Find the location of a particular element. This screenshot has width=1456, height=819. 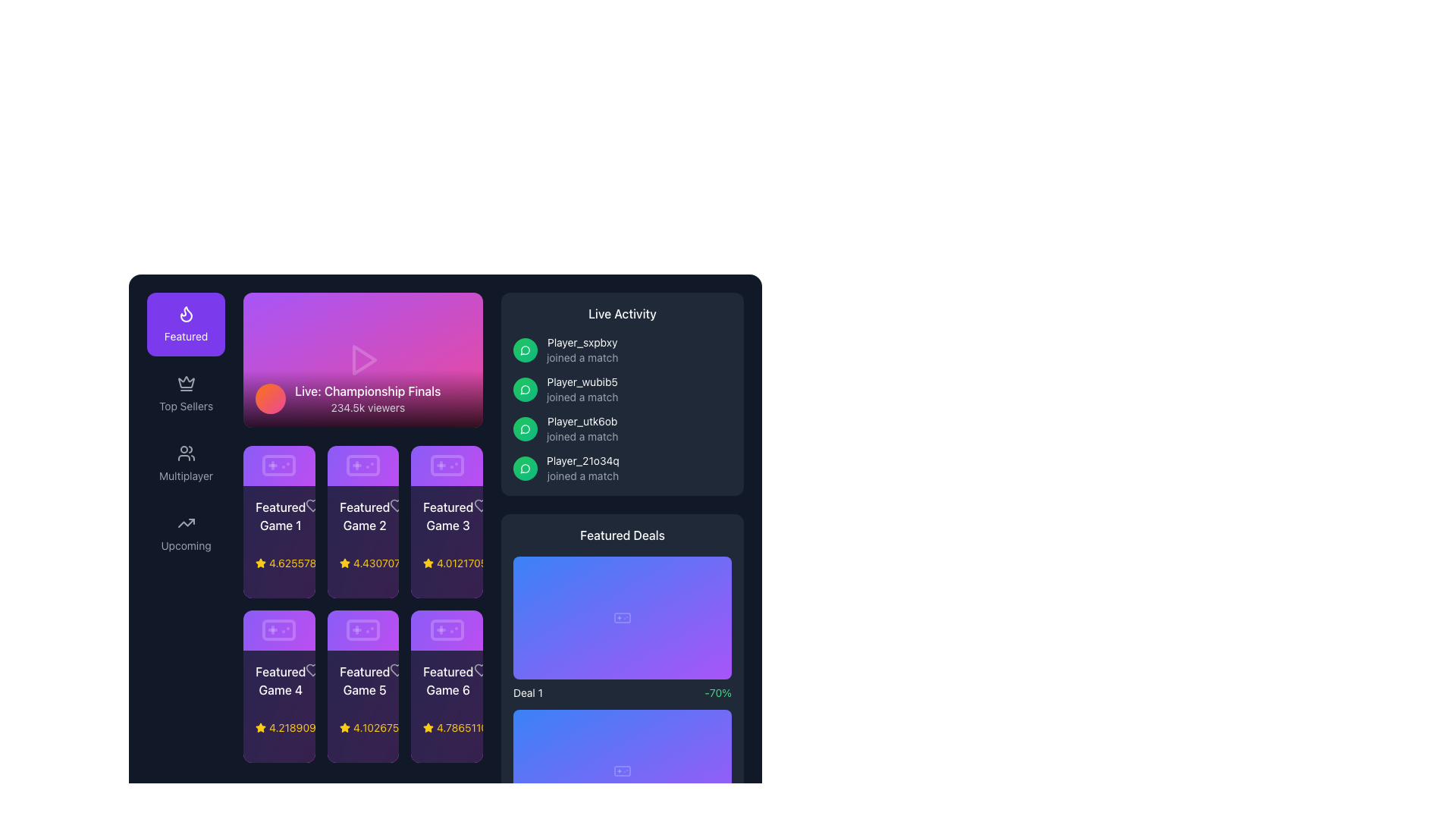

the Text Label that serves as a title for a specific game featured in the interface to interact with related features is located at coordinates (446, 680).